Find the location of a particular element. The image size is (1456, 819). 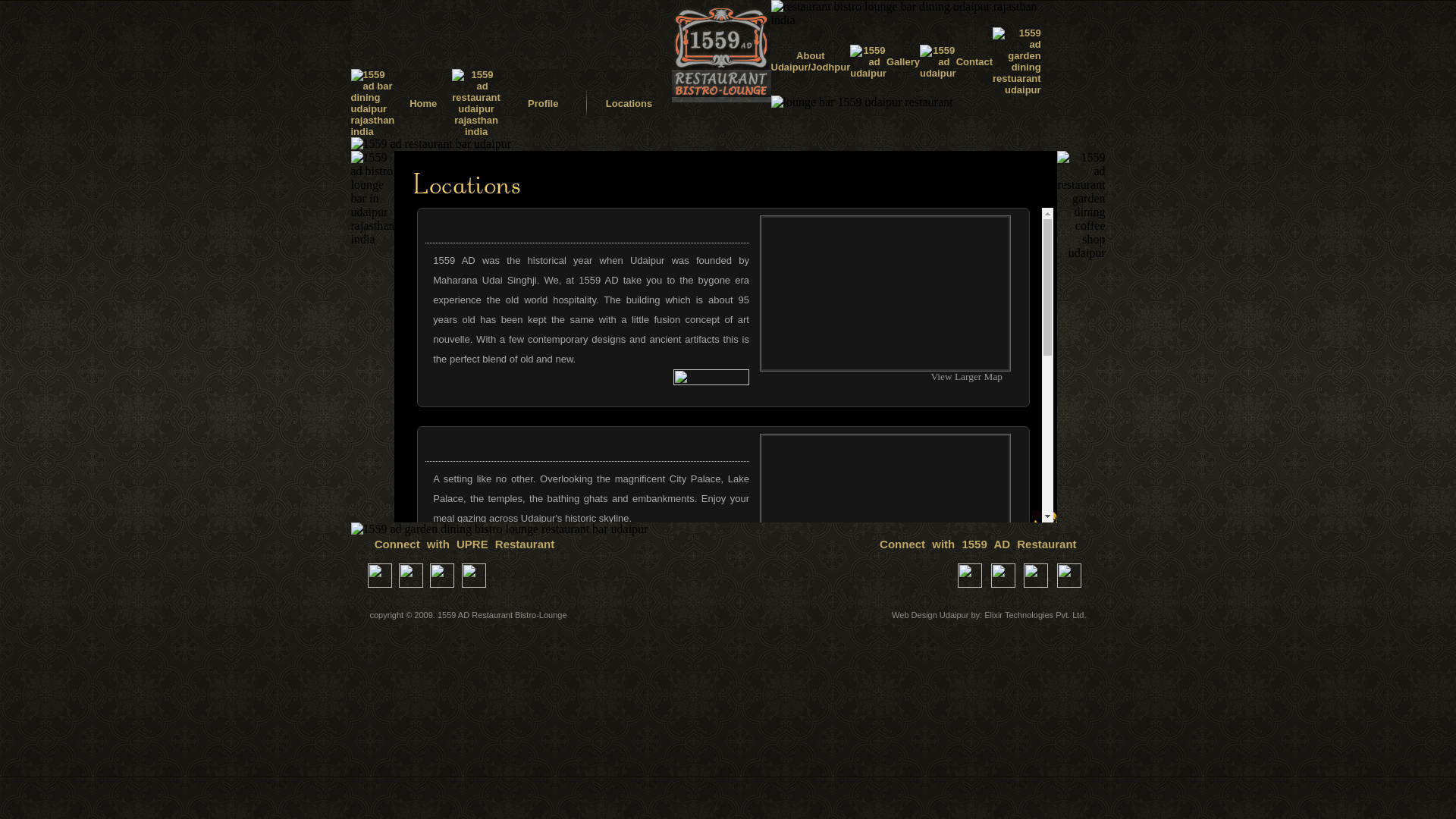

'Home' is located at coordinates (409, 102).